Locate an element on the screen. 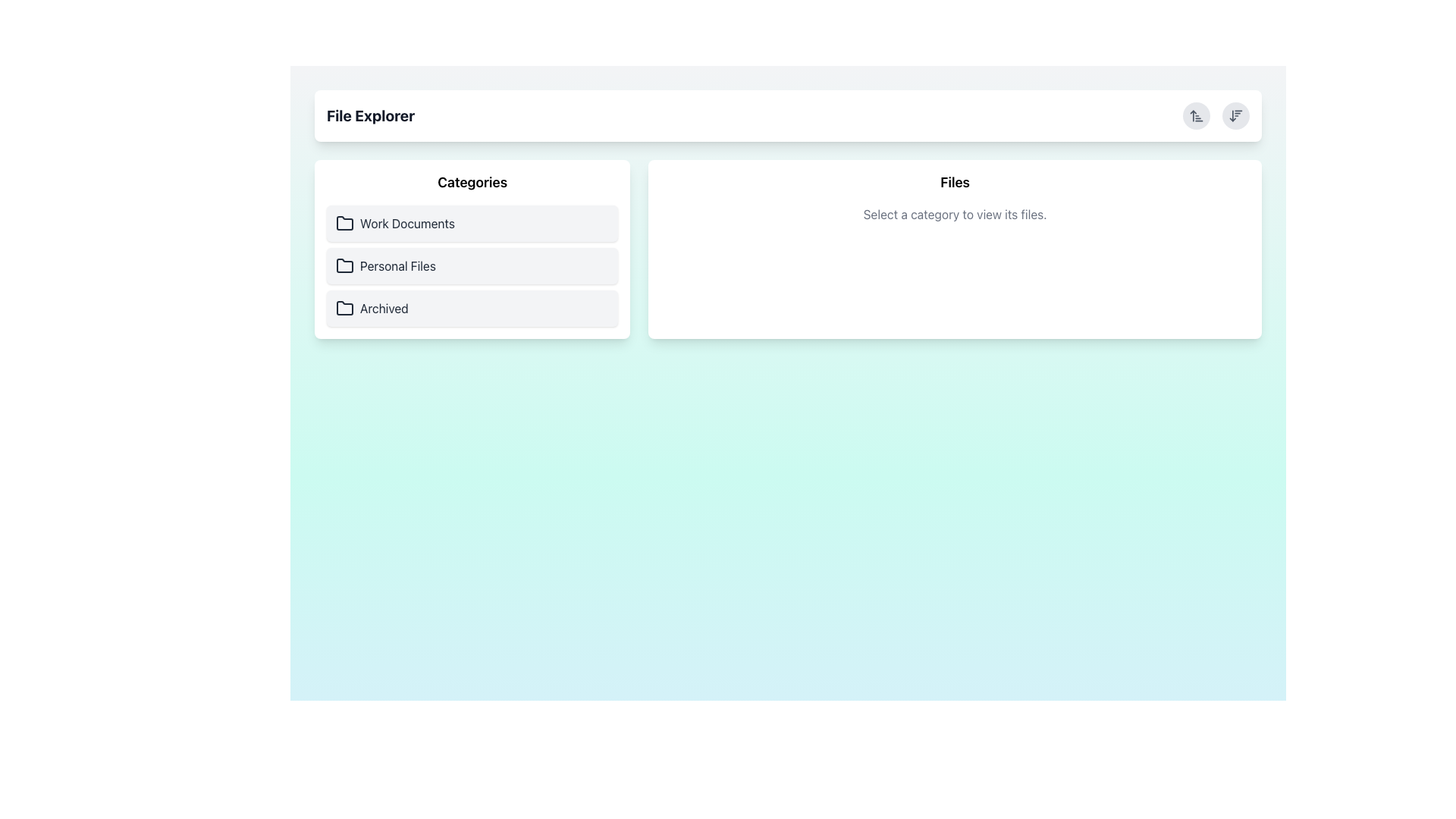  the sorting button located in the top-right corner of the white header bar, positioned to the left of the downward-arrow icon is located at coordinates (1196, 115).